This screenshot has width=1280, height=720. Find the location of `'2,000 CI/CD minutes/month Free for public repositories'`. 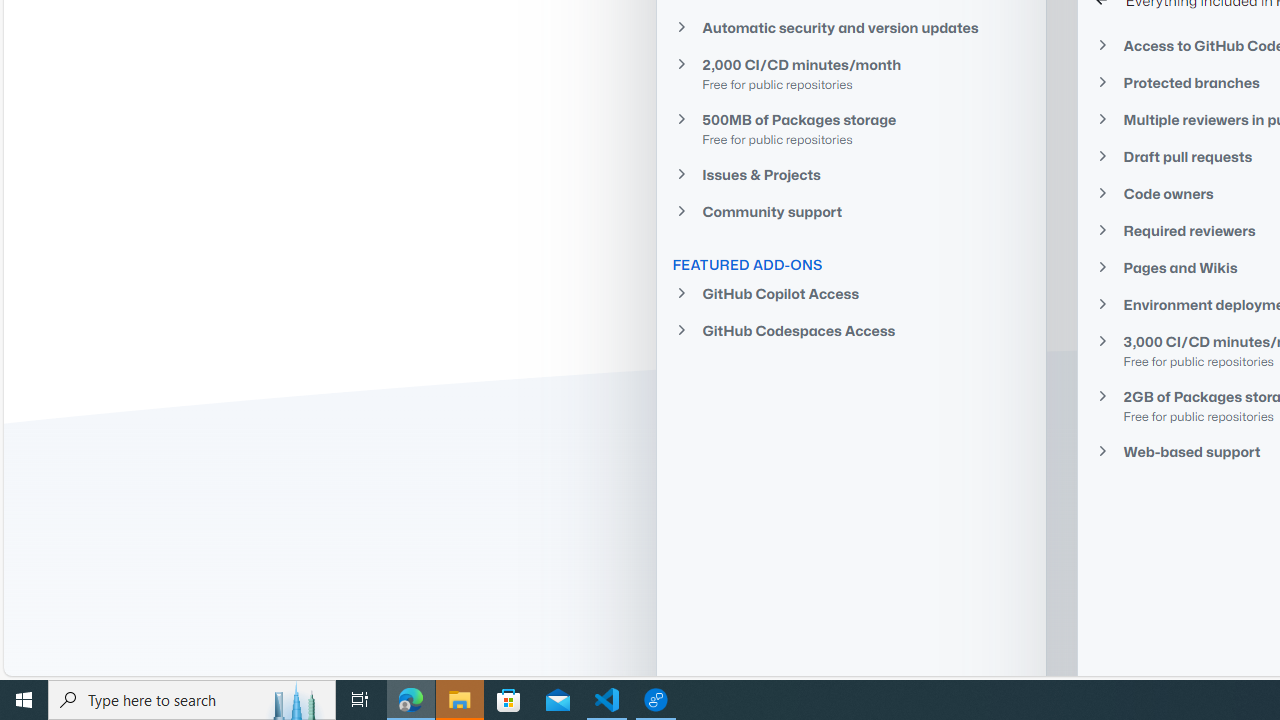

'2,000 CI/CD minutes/month Free for public repositories' is located at coordinates (851, 73).